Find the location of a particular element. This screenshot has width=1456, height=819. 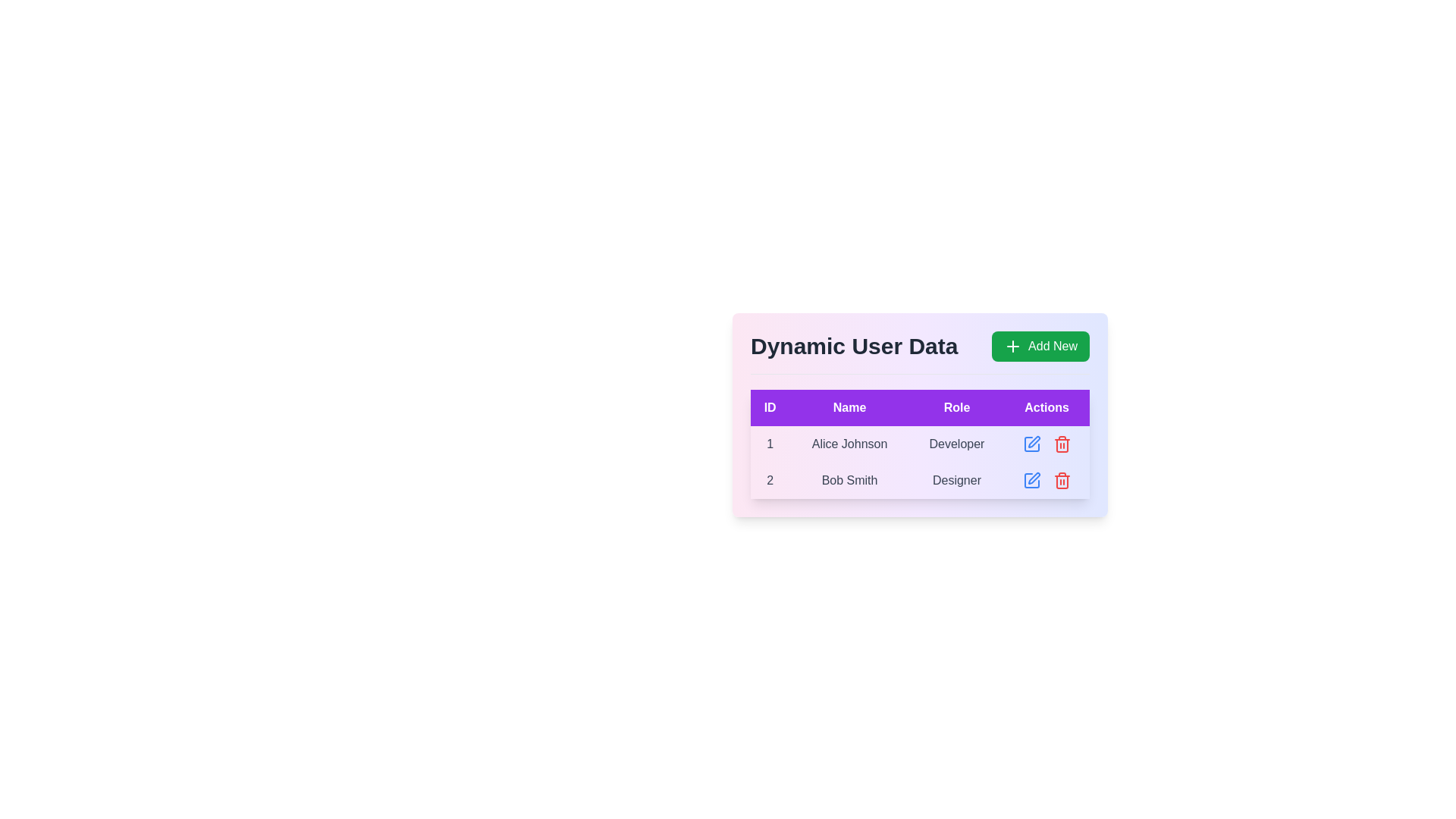

the text element displaying 'Dynamic User Data', which is styled prominently as a header in dark gray color and located to the left of the green 'Add New' button is located at coordinates (854, 346).